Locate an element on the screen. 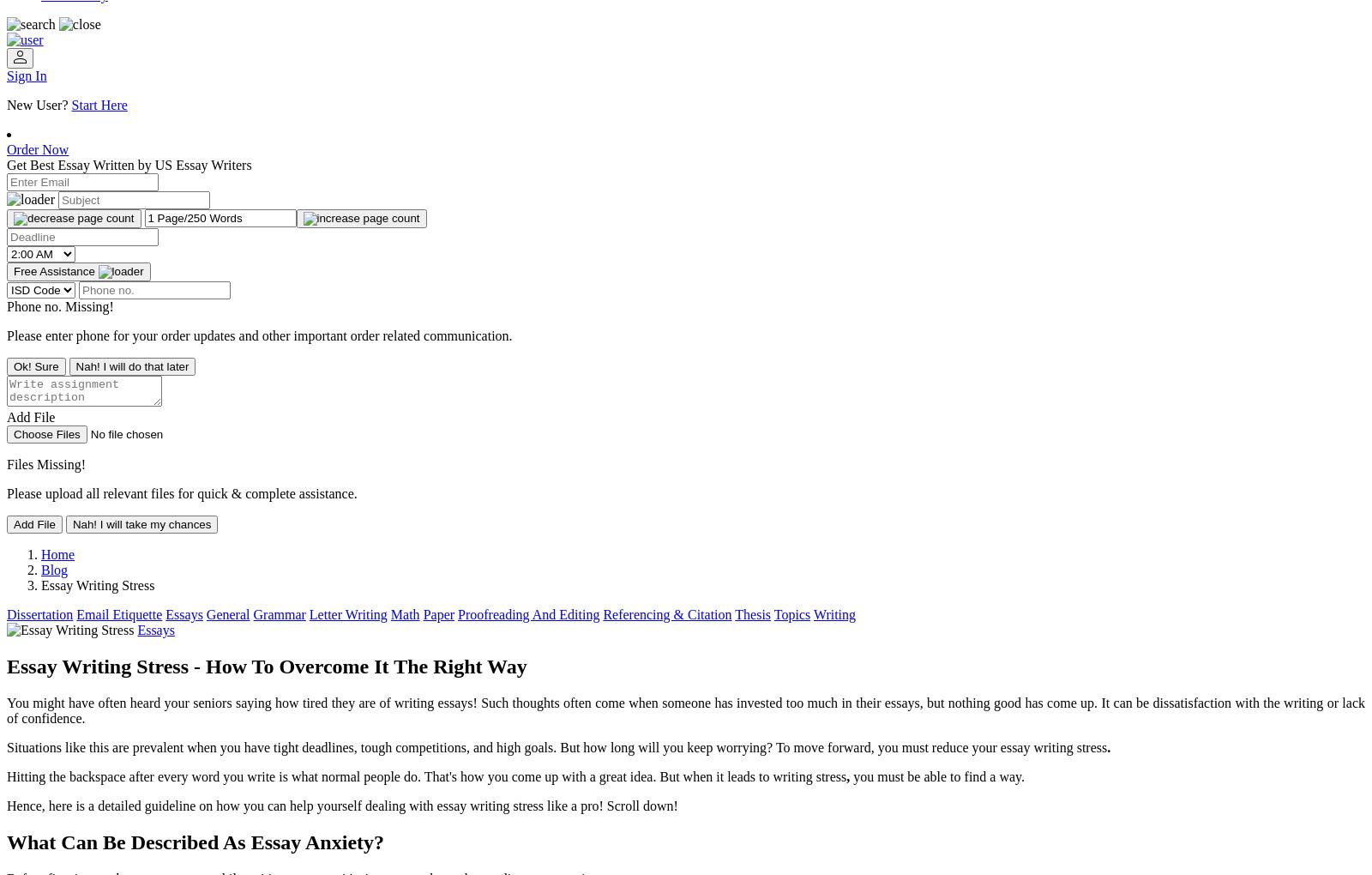 The image size is (1372, 875). 'Home' is located at coordinates (57, 554).